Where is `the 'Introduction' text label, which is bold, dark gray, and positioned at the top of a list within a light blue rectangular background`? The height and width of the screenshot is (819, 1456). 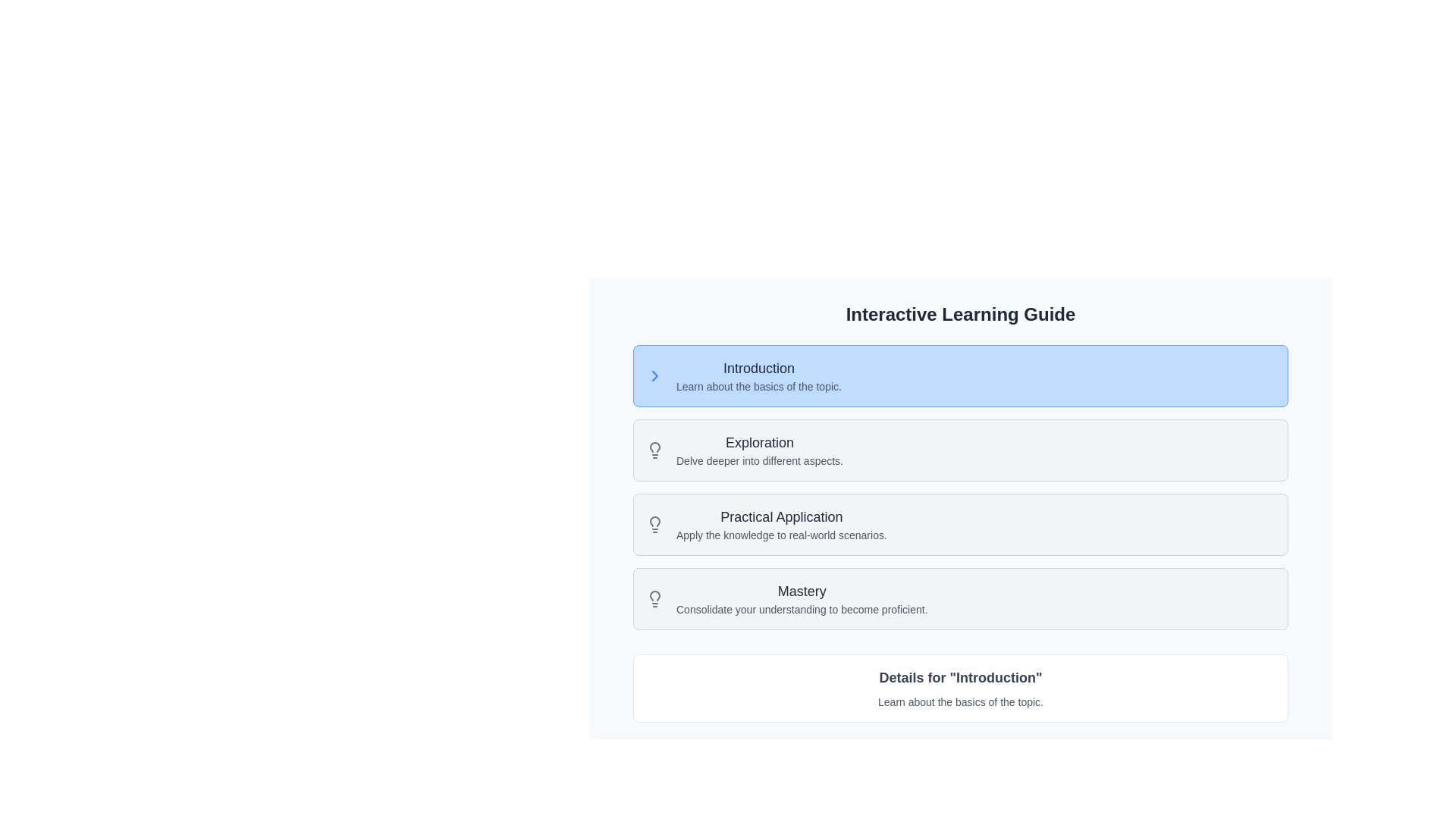
the 'Introduction' text label, which is bold, dark gray, and positioned at the top of a list within a light blue rectangular background is located at coordinates (758, 369).